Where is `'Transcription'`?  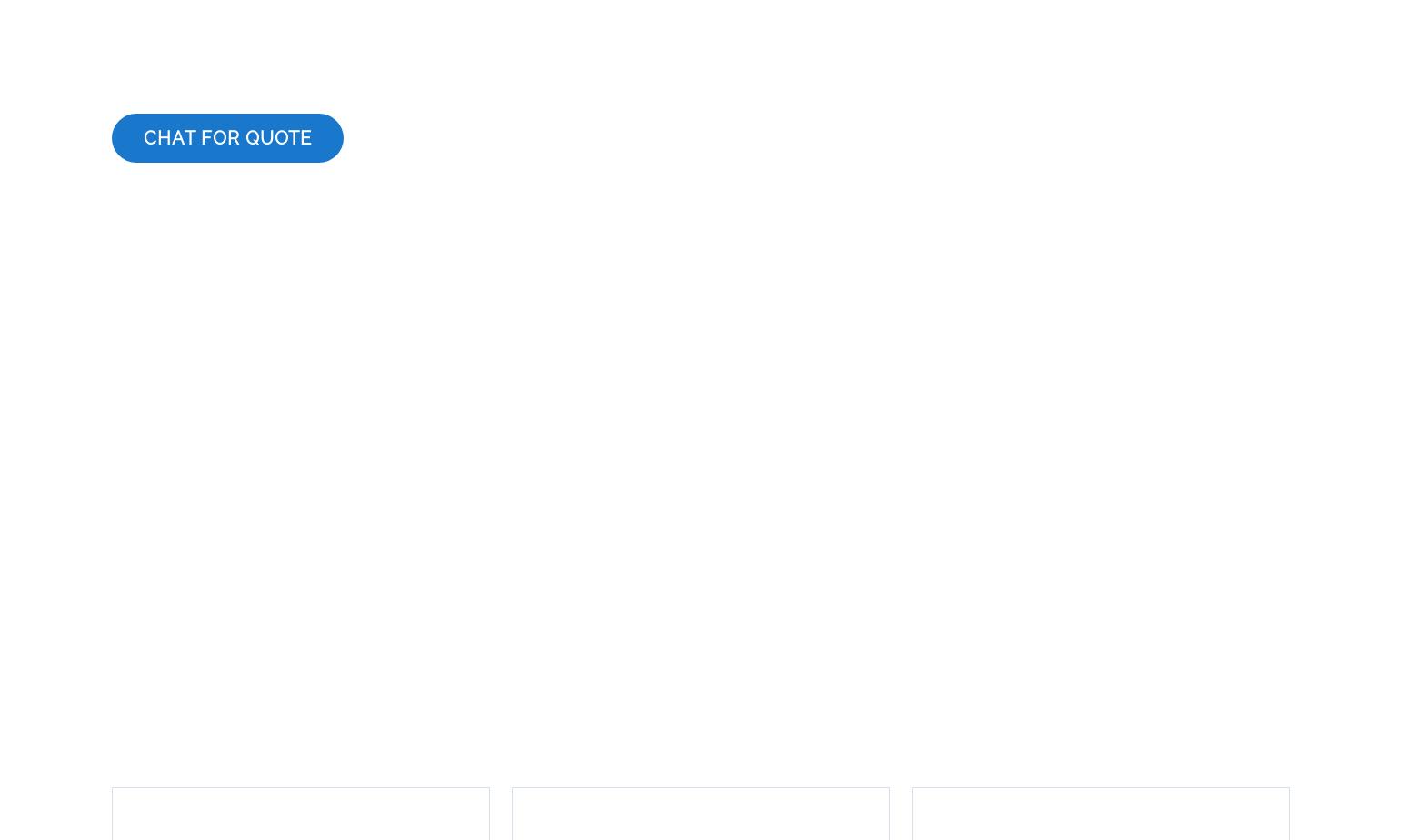 'Transcription' is located at coordinates (169, 704).